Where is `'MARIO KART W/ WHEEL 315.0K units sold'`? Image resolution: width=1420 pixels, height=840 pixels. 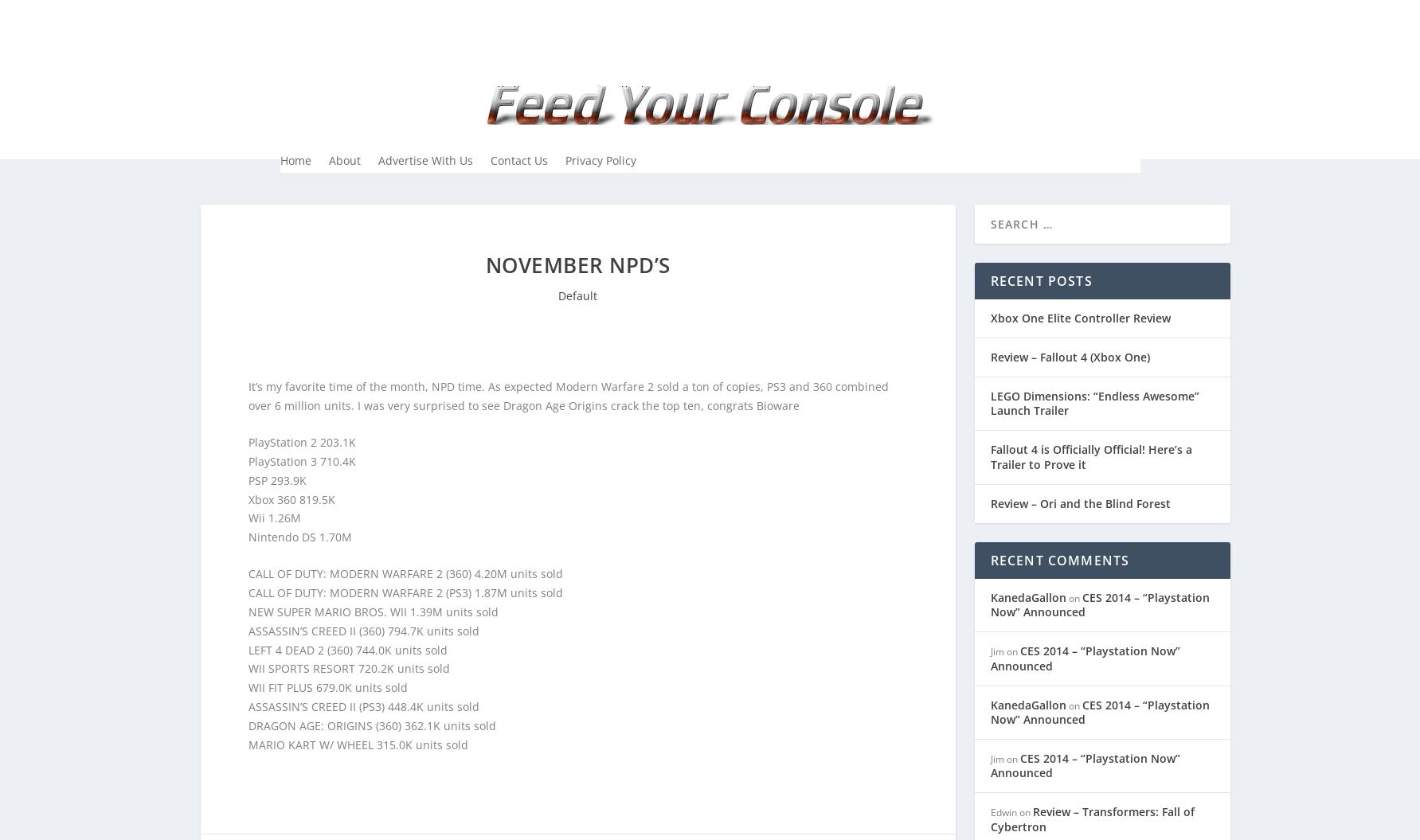
'MARIO KART W/ WHEEL 315.0K units sold' is located at coordinates (357, 743).